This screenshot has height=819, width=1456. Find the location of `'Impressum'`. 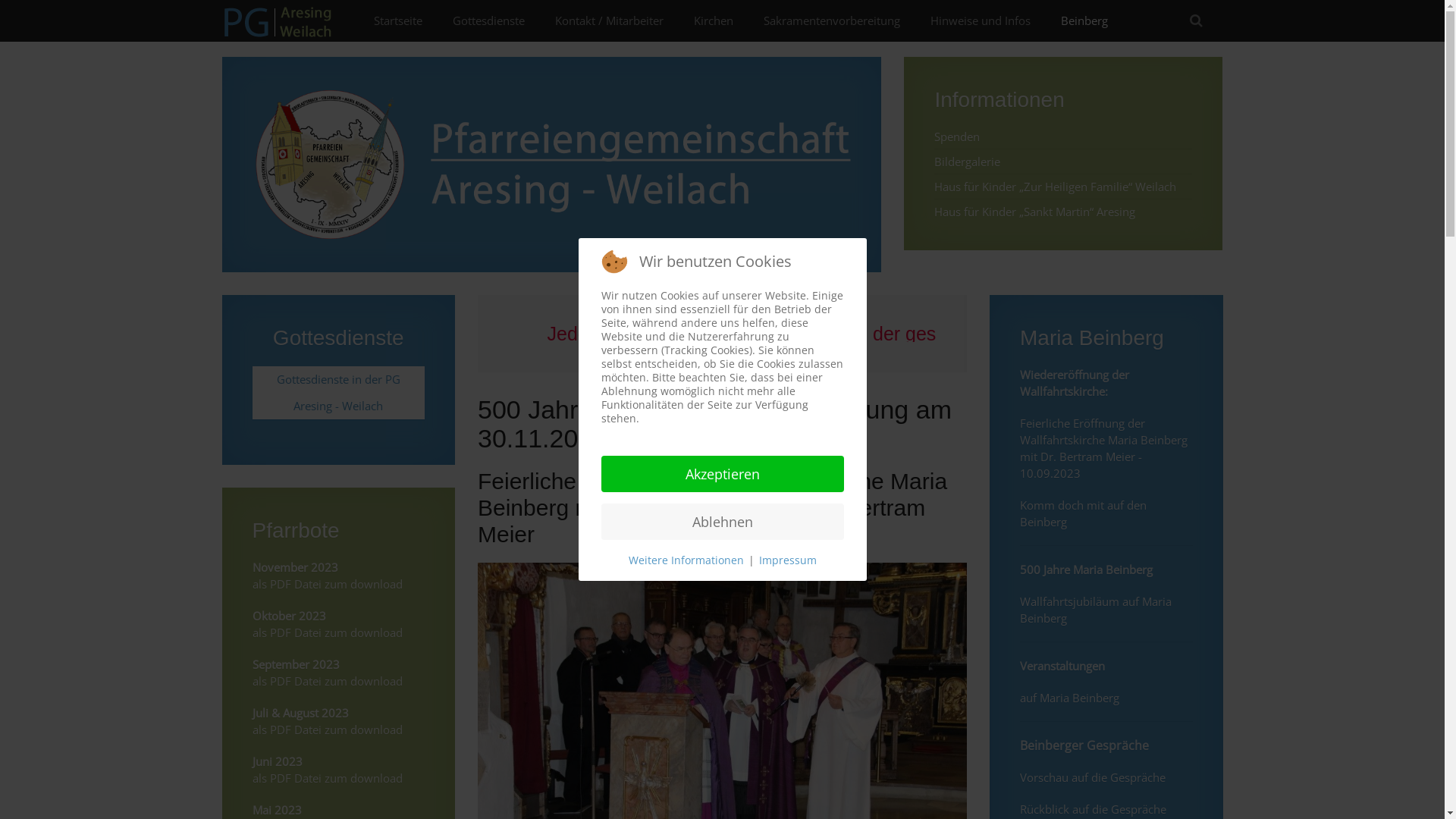

'Impressum' is located at coordinates (786, 560).